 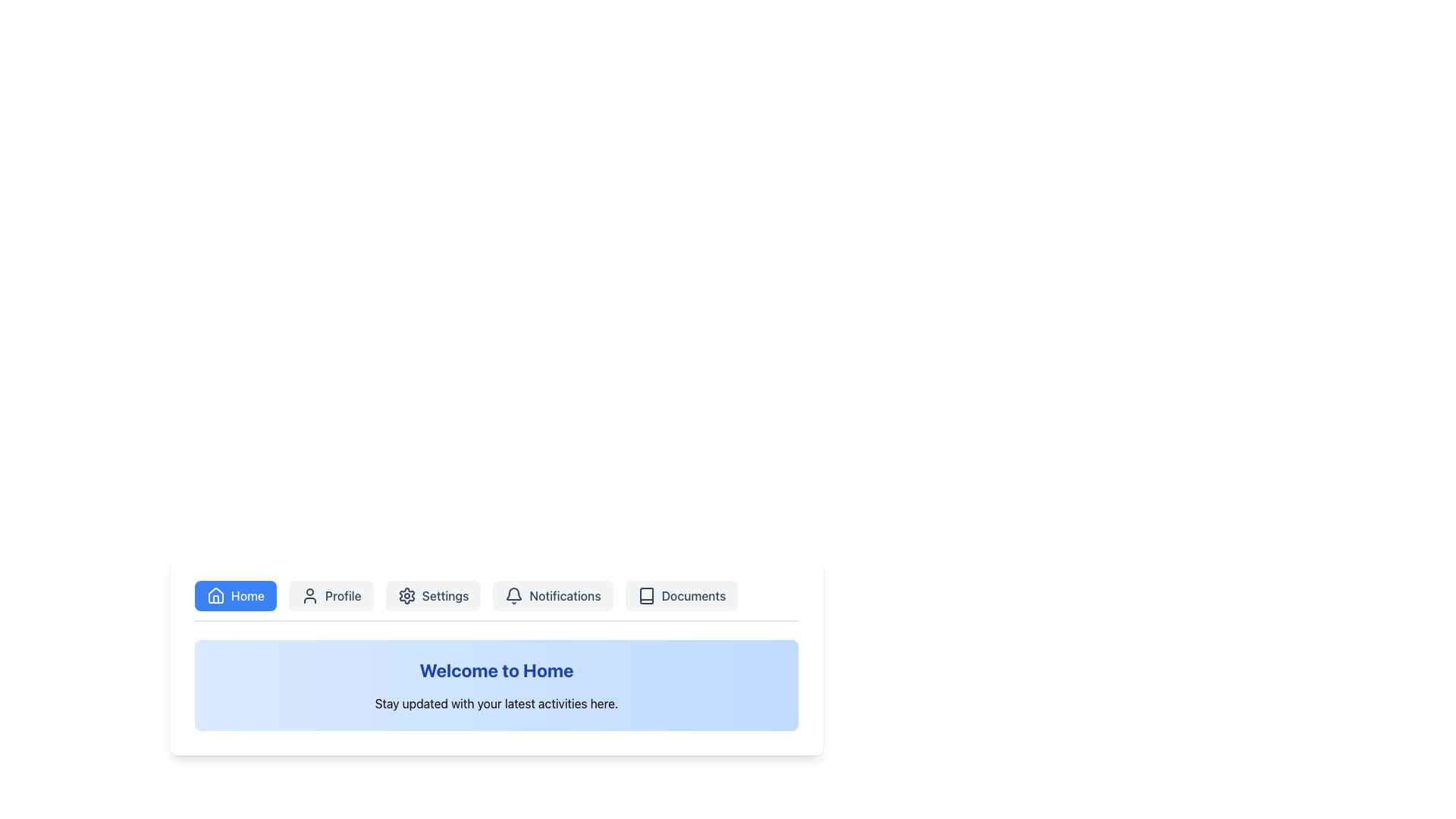 What do you see at coordinates (406, 595) in the screenshot?
I see `the settings icon located in the navigation bar, which is positioned between the profile and notification icons` at bounding box center [406, 595].